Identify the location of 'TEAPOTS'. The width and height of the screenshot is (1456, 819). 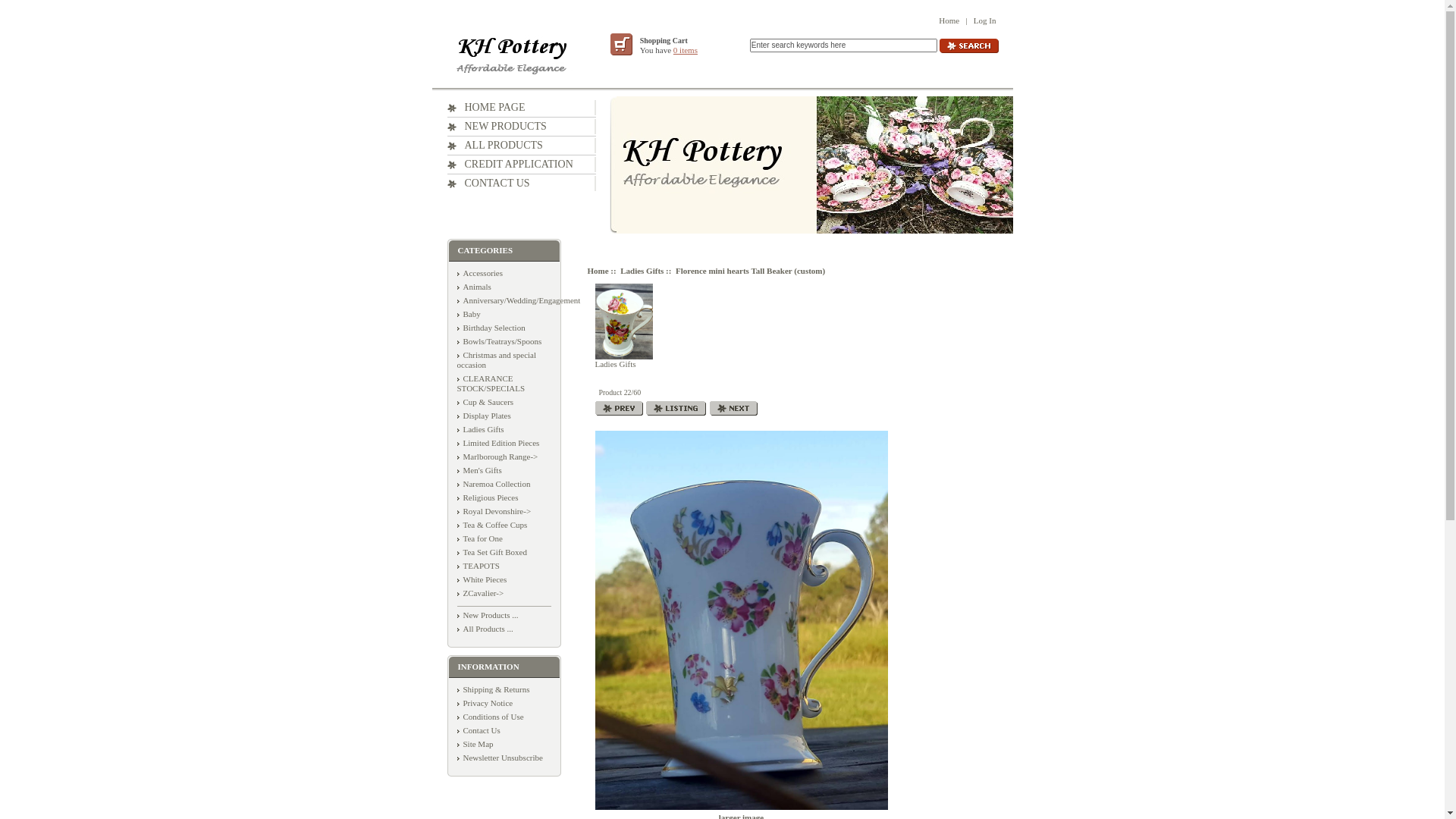
(476, 565).